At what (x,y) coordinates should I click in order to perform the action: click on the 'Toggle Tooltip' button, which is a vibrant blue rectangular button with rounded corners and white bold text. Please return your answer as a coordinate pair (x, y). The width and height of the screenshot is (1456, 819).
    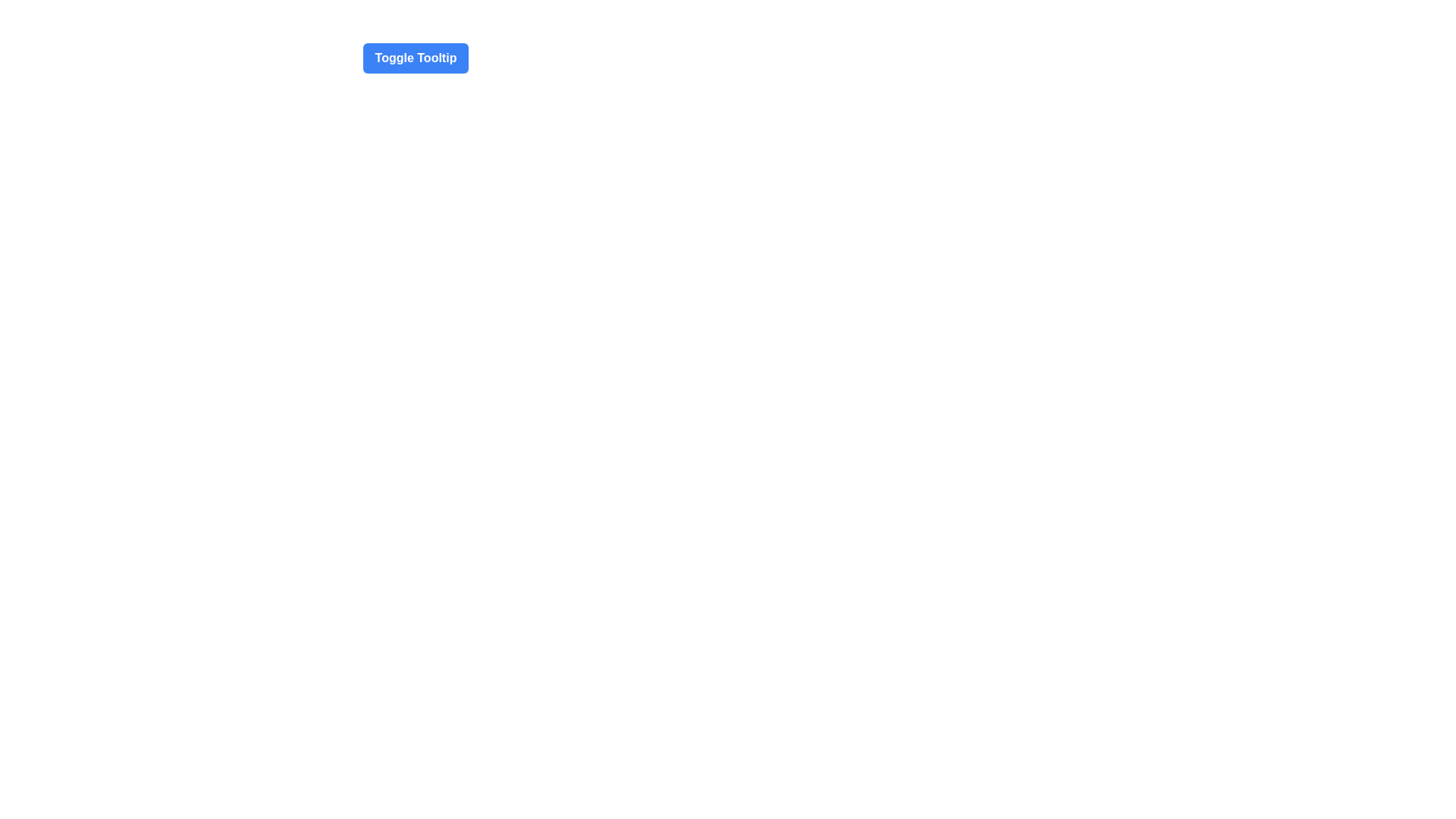
    Looking at the image, I should click on (416, 58).